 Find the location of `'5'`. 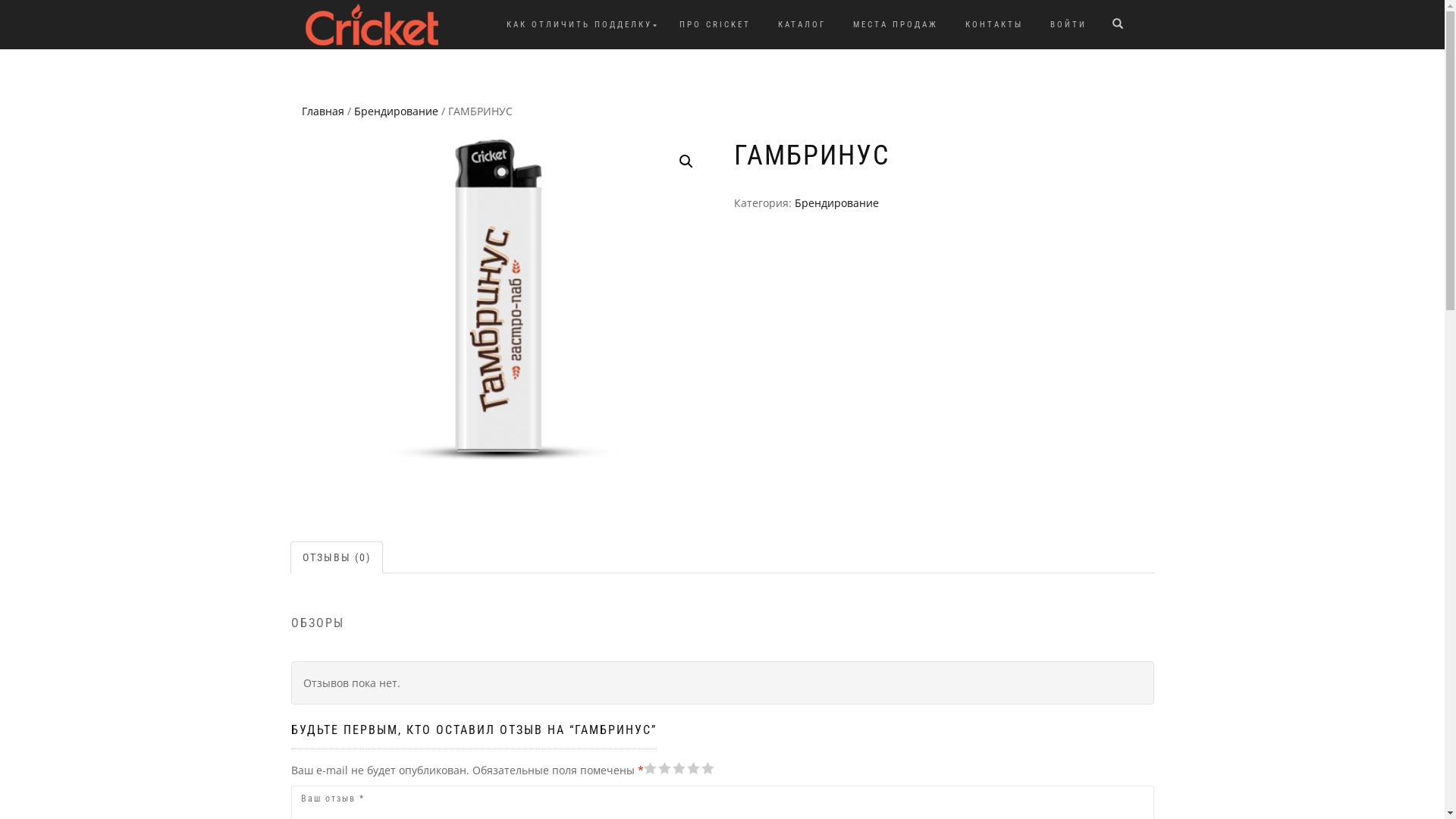

'5' is located at coordinates (643, 768).